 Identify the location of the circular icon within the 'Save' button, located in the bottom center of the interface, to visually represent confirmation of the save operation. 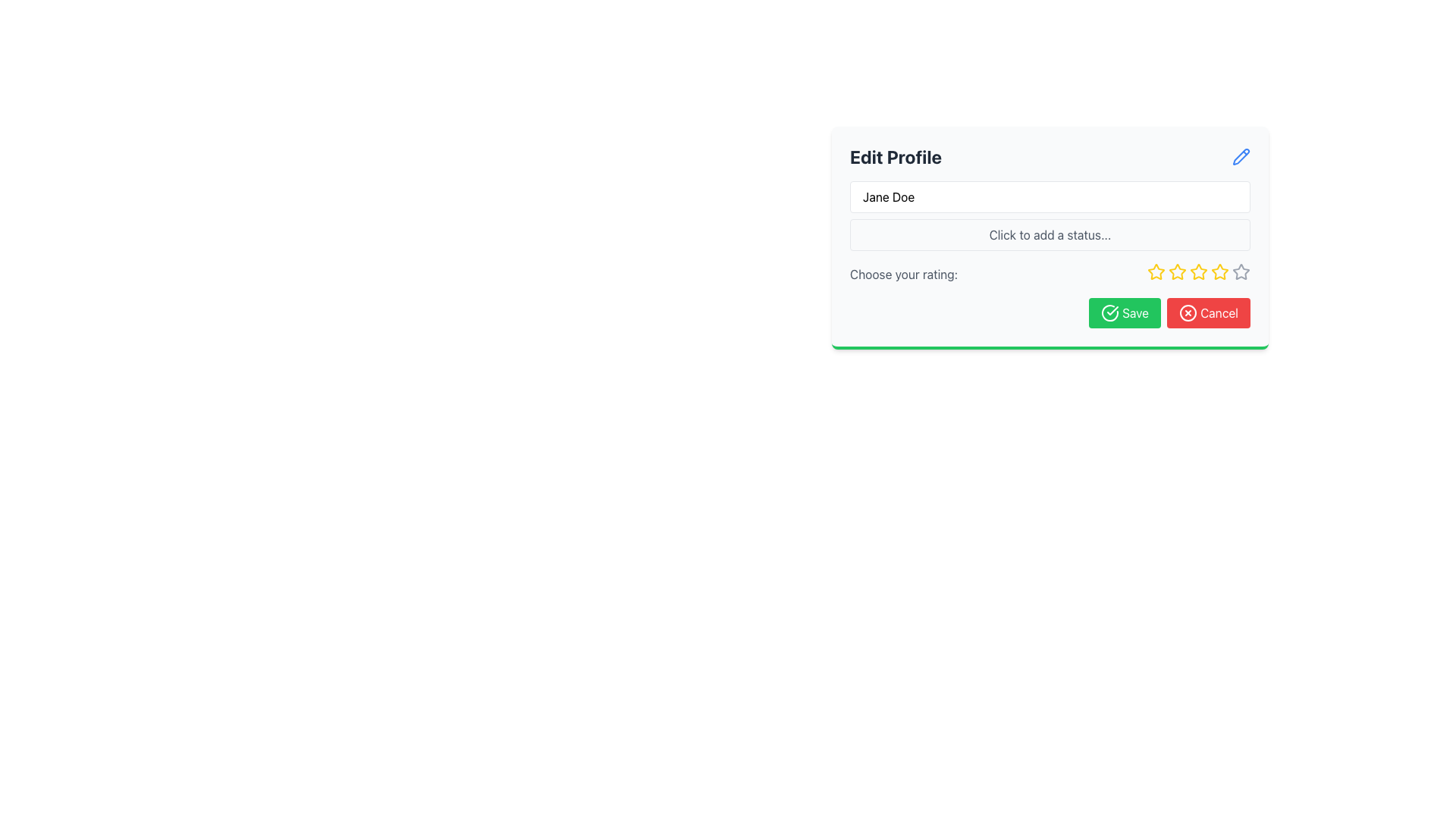
(1110, 312).